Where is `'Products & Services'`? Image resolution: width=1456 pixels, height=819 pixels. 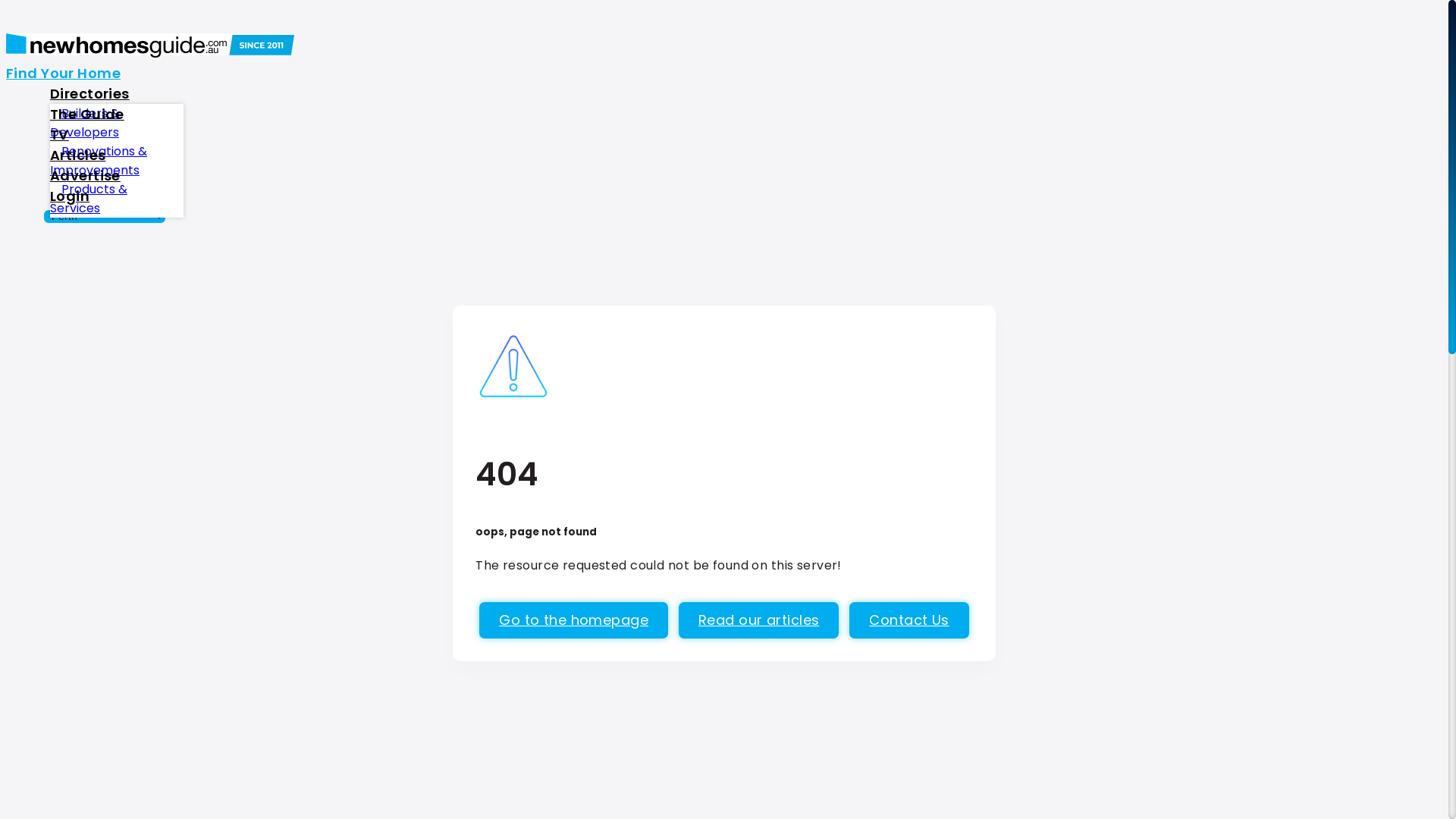 'Products & Services' is located at coordinates (87, 198).